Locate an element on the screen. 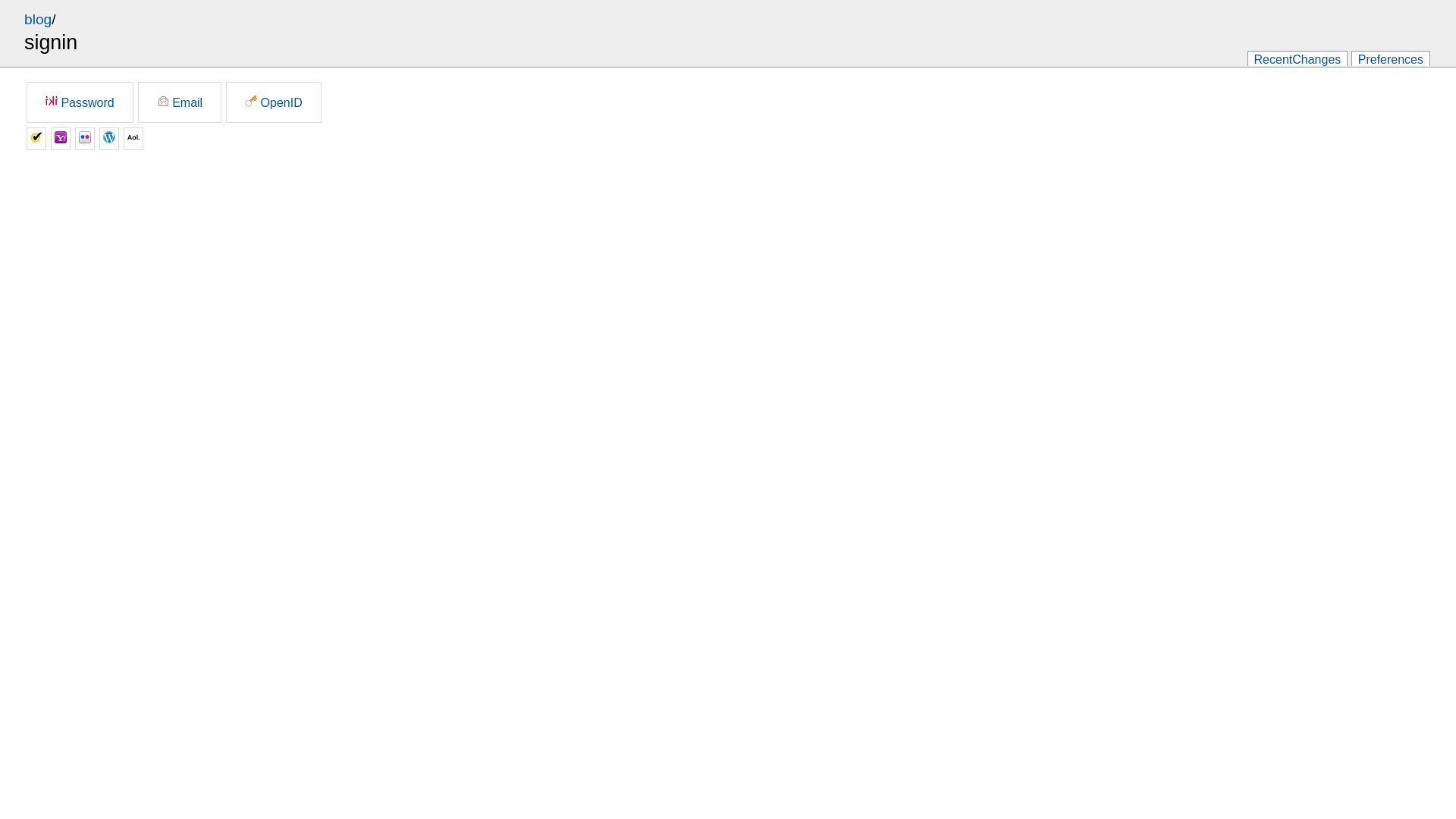  'blog' is located at coordinates (24, 19).